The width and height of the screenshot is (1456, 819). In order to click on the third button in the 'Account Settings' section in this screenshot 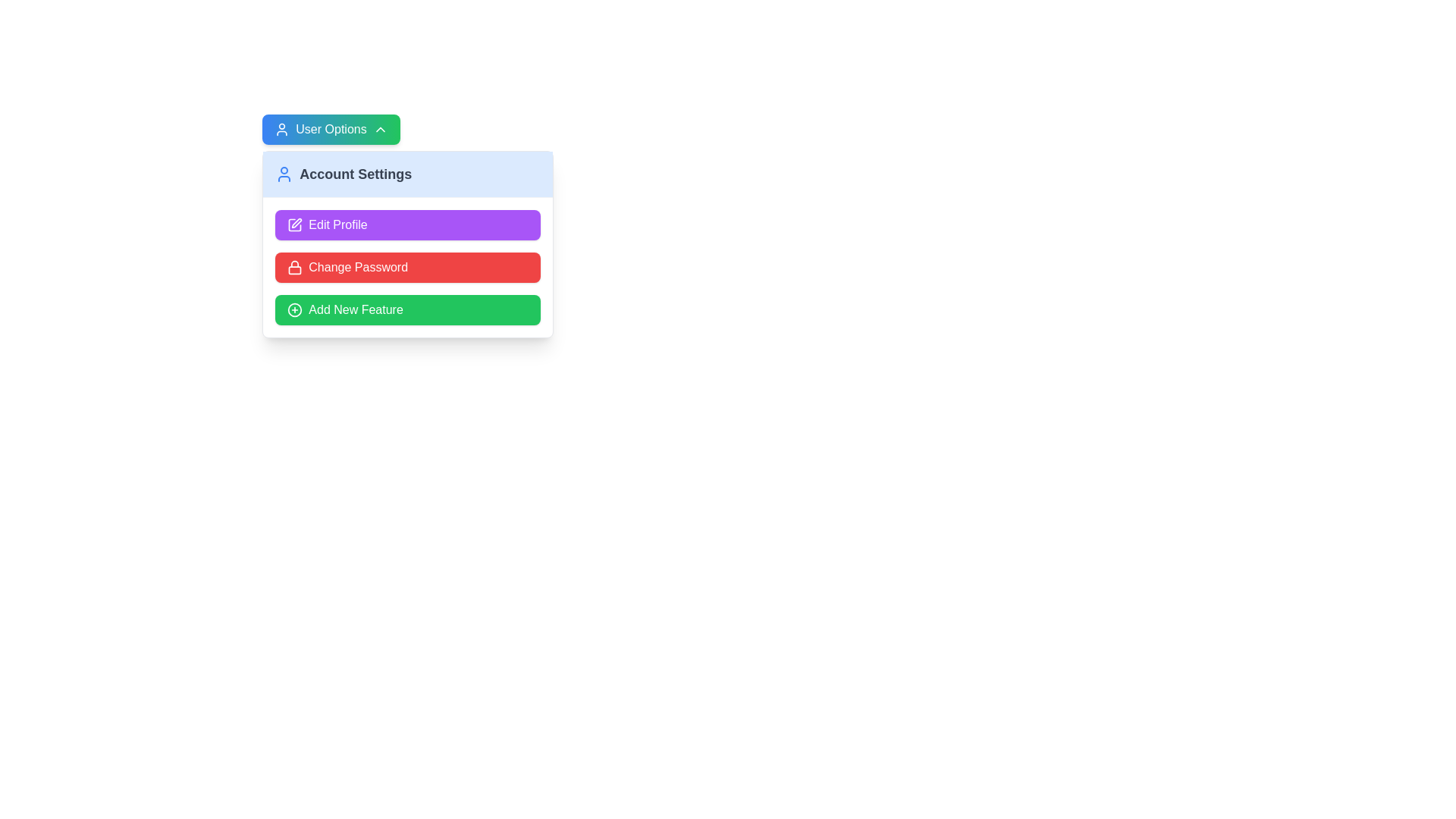, I will do `click(408, 309)`.